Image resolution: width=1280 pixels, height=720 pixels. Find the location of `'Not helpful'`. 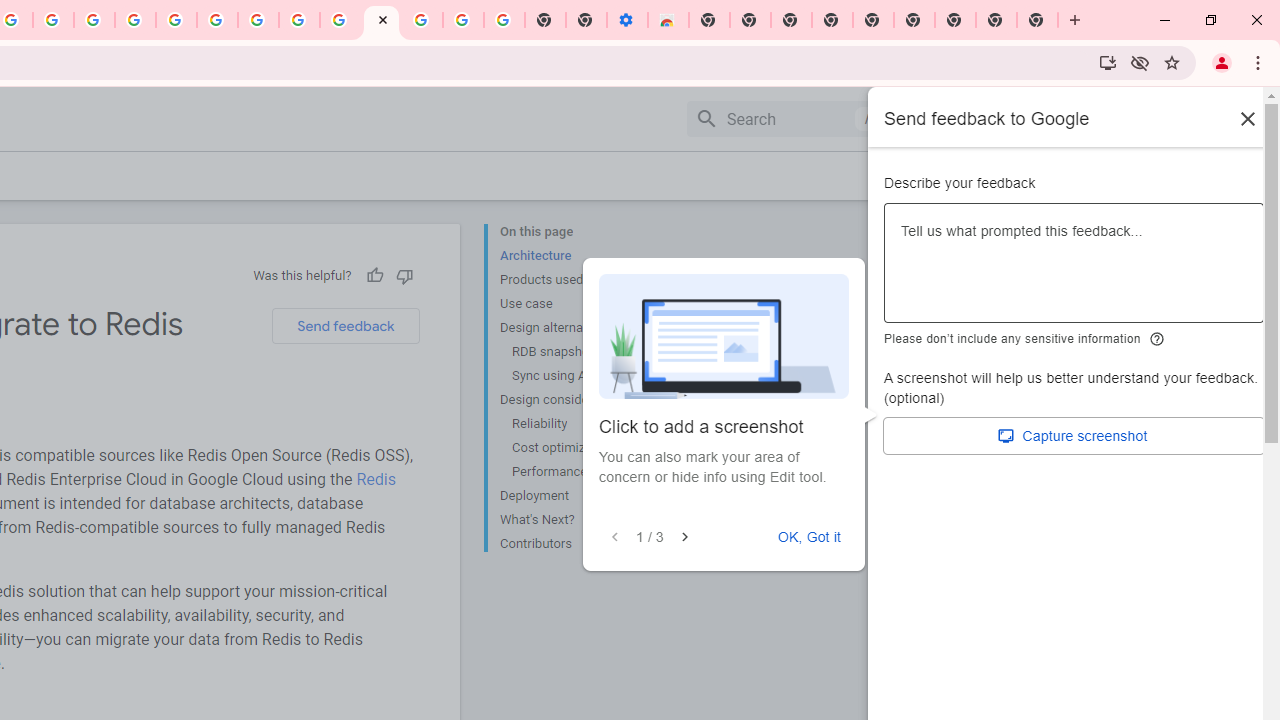

'Not helpful' is located at coordinates (403, 275).